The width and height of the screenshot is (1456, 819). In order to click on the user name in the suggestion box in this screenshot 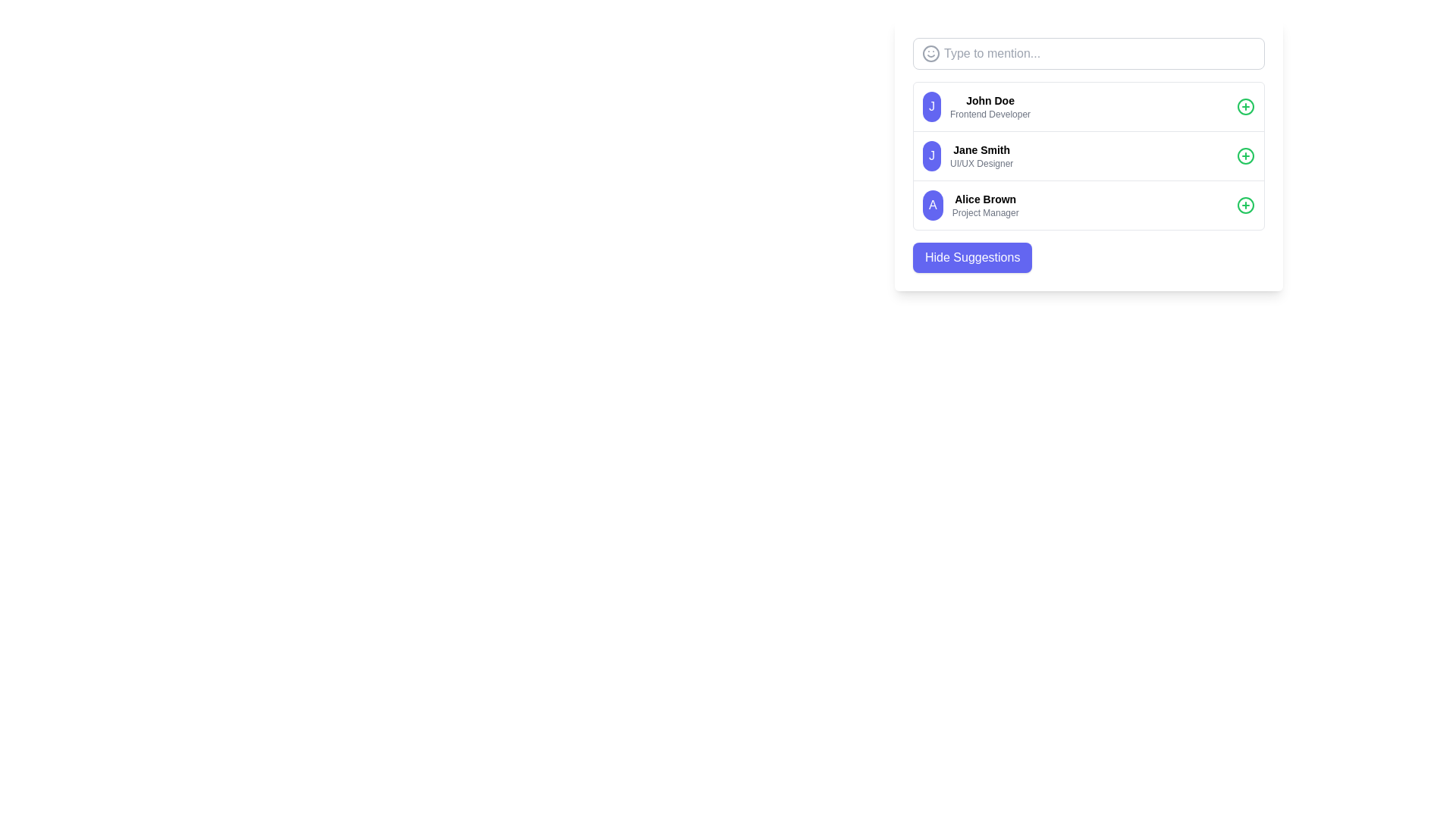, I will do `click(990, 106)`.